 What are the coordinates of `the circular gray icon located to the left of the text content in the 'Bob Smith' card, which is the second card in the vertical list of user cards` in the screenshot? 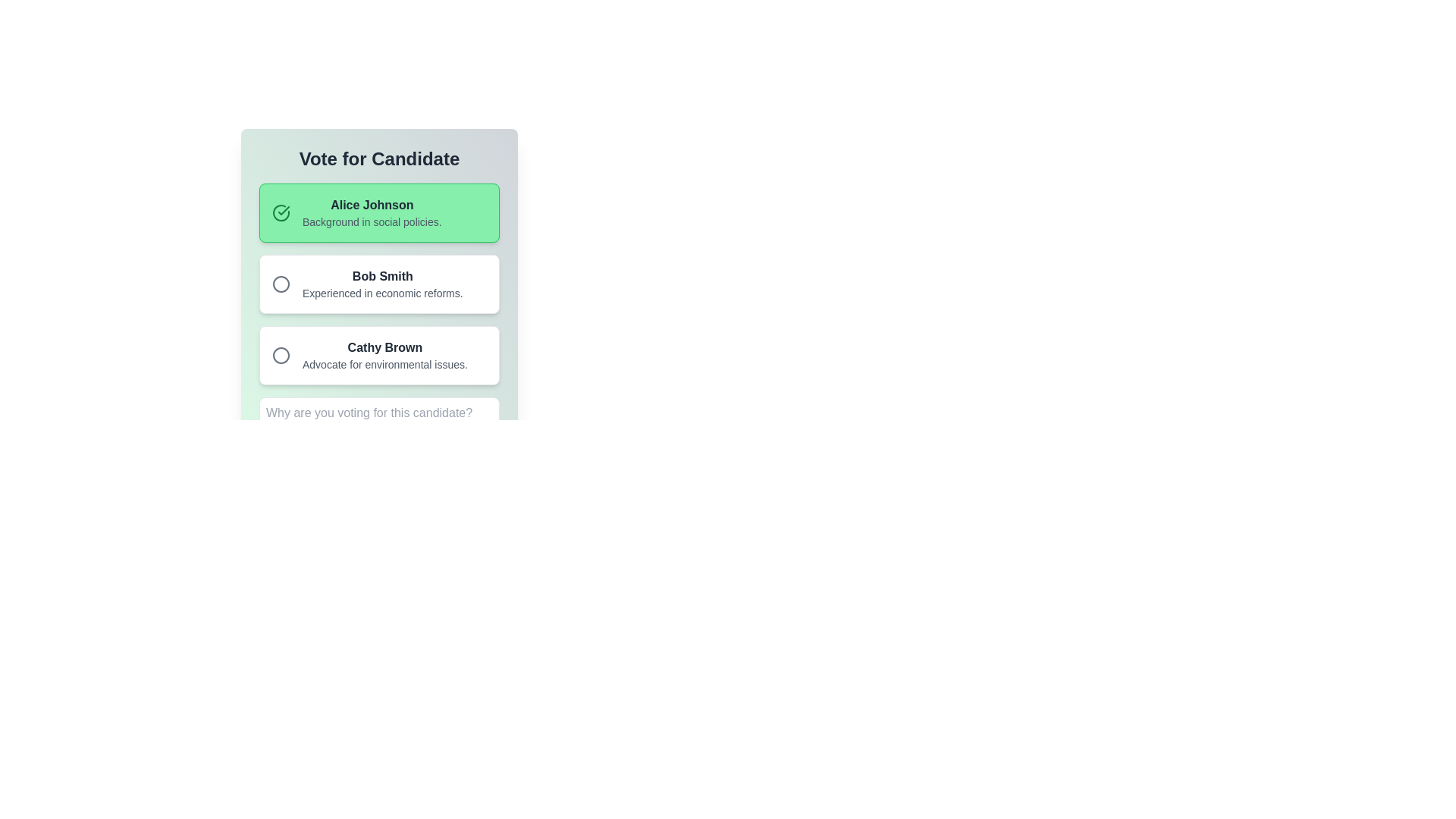 It's located at (281, 284).